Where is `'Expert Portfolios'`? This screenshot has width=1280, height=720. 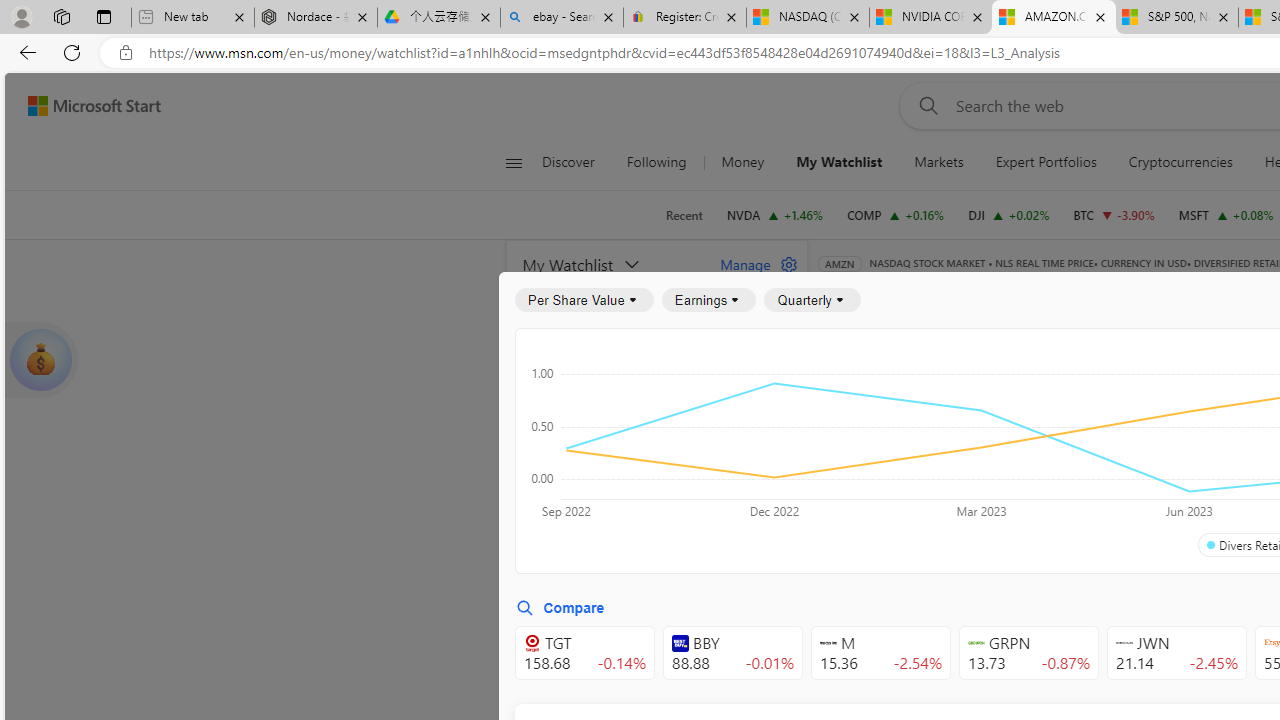 'Expert Portfolios' is located at coordinates (1045, 162).